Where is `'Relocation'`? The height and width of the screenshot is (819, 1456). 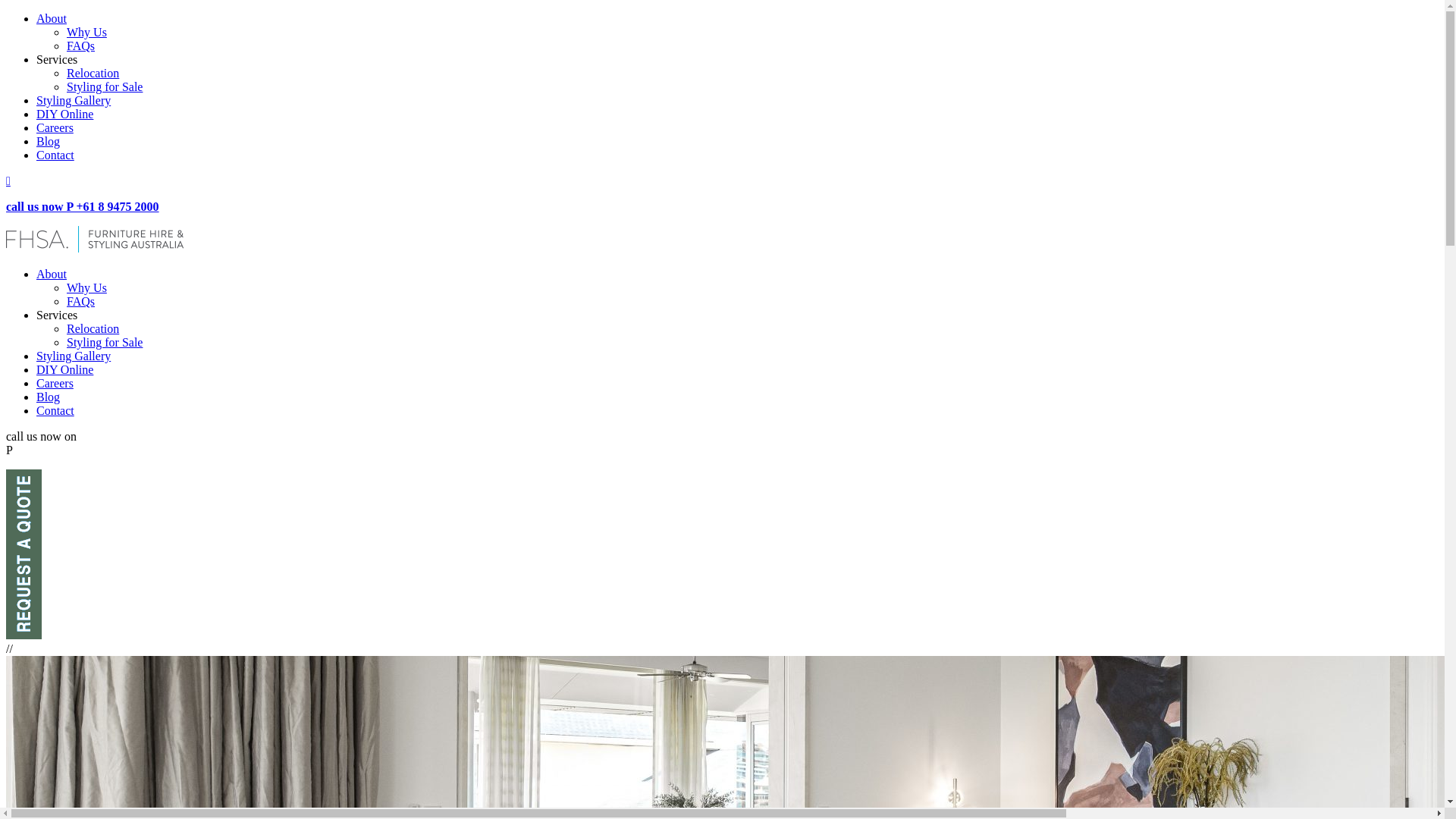
'Relocation' is located at coordinates (92, 328).